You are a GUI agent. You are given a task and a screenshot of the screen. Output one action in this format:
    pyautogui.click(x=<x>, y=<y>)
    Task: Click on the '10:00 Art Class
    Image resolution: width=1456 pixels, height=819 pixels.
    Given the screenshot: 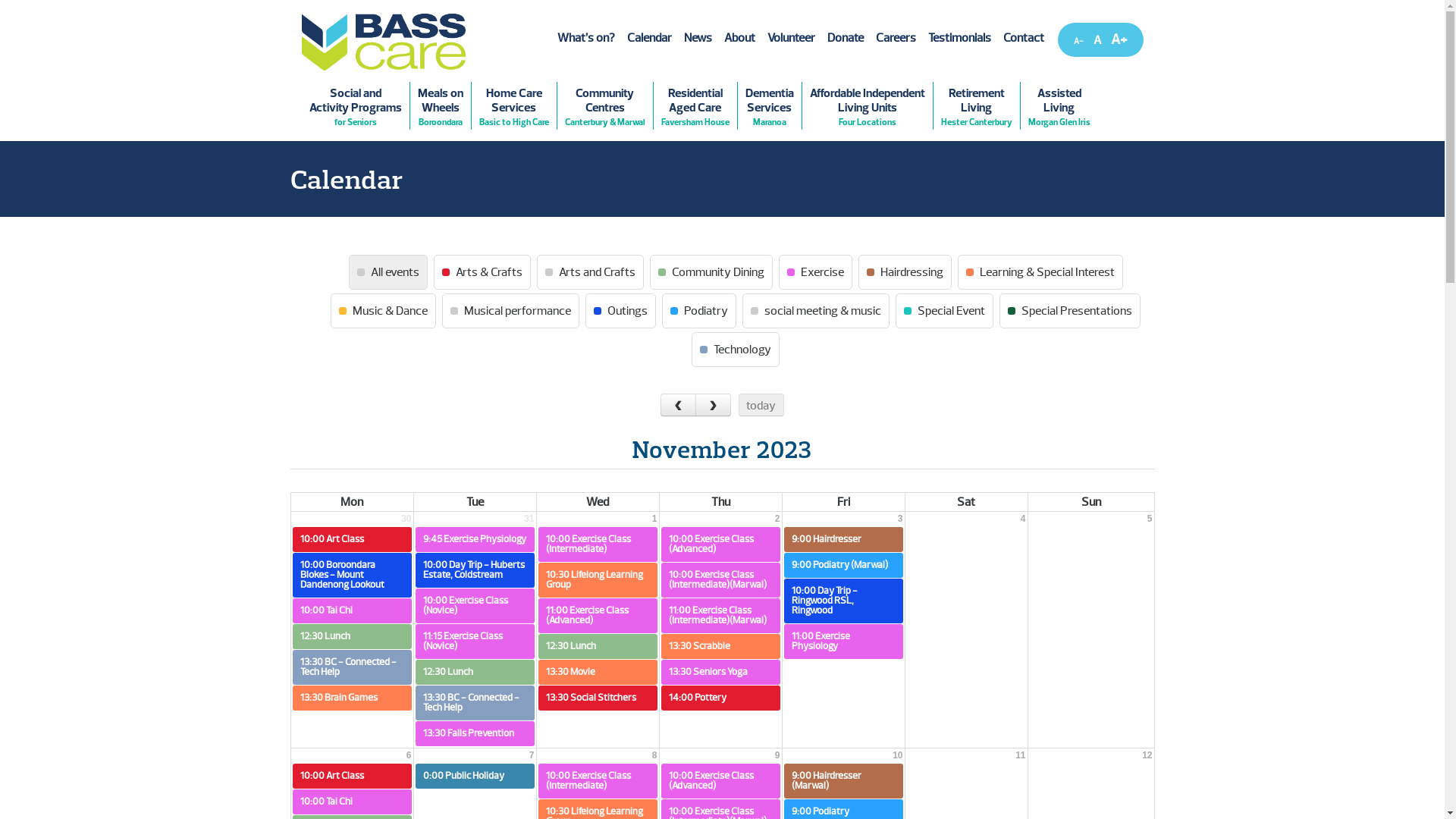 What is the action you would take?
    pyautogui.click(x=292, y=776)
    